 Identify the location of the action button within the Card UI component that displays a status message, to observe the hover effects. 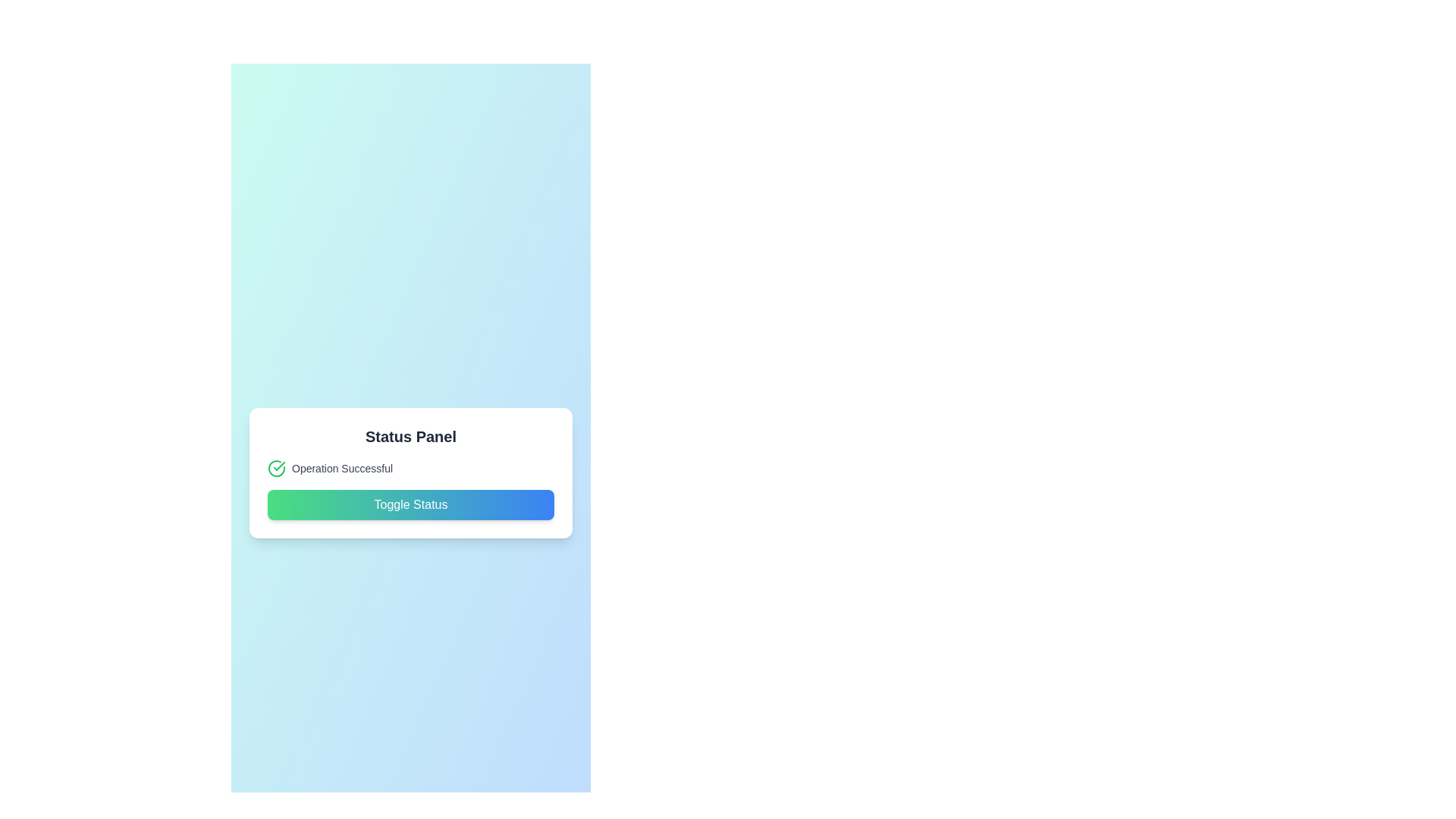
(411, 472).